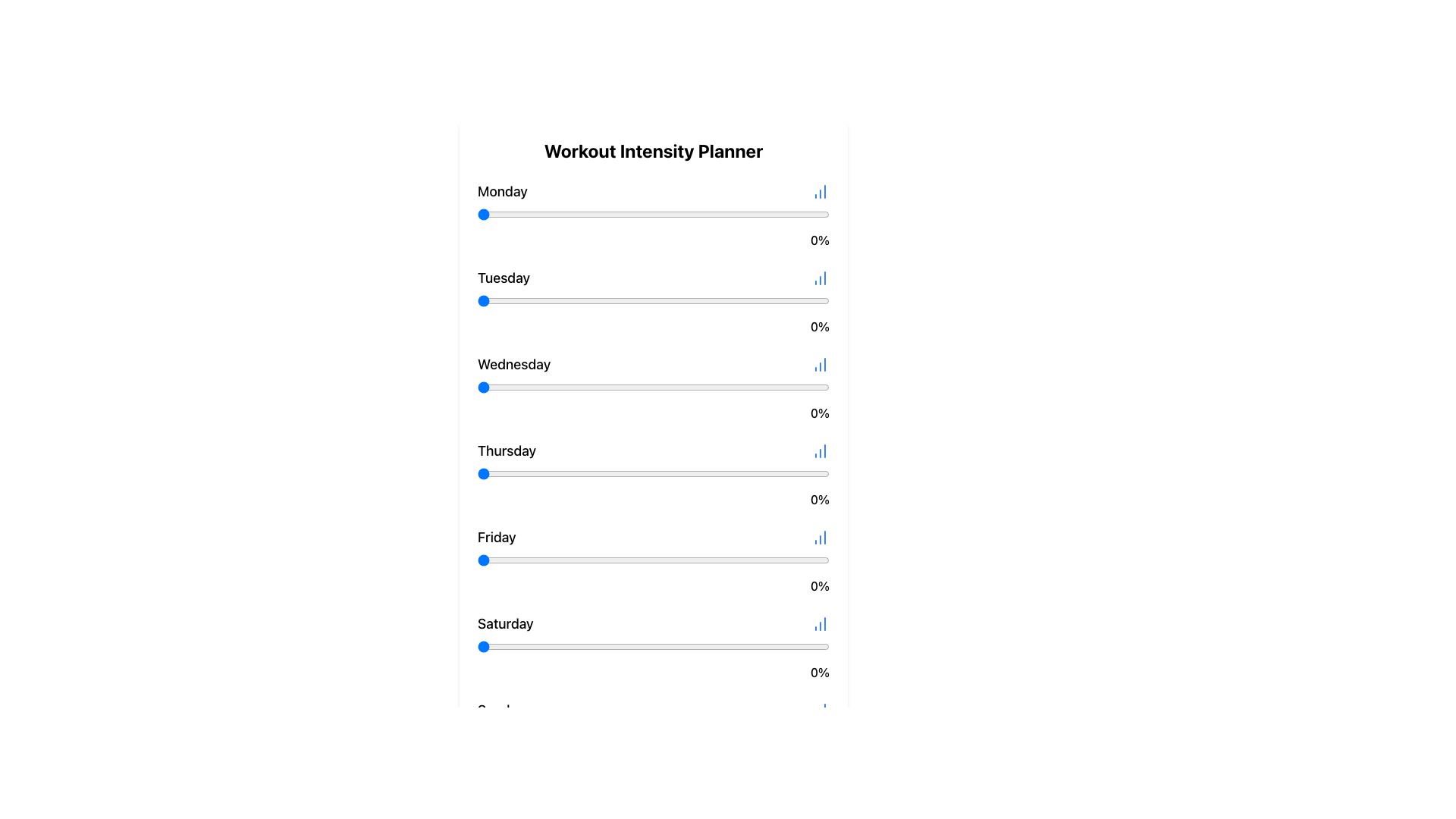 The height and width of the screenshot is (819, 1456). I want to click on the intensity for Tuesday, so click(643, 301).